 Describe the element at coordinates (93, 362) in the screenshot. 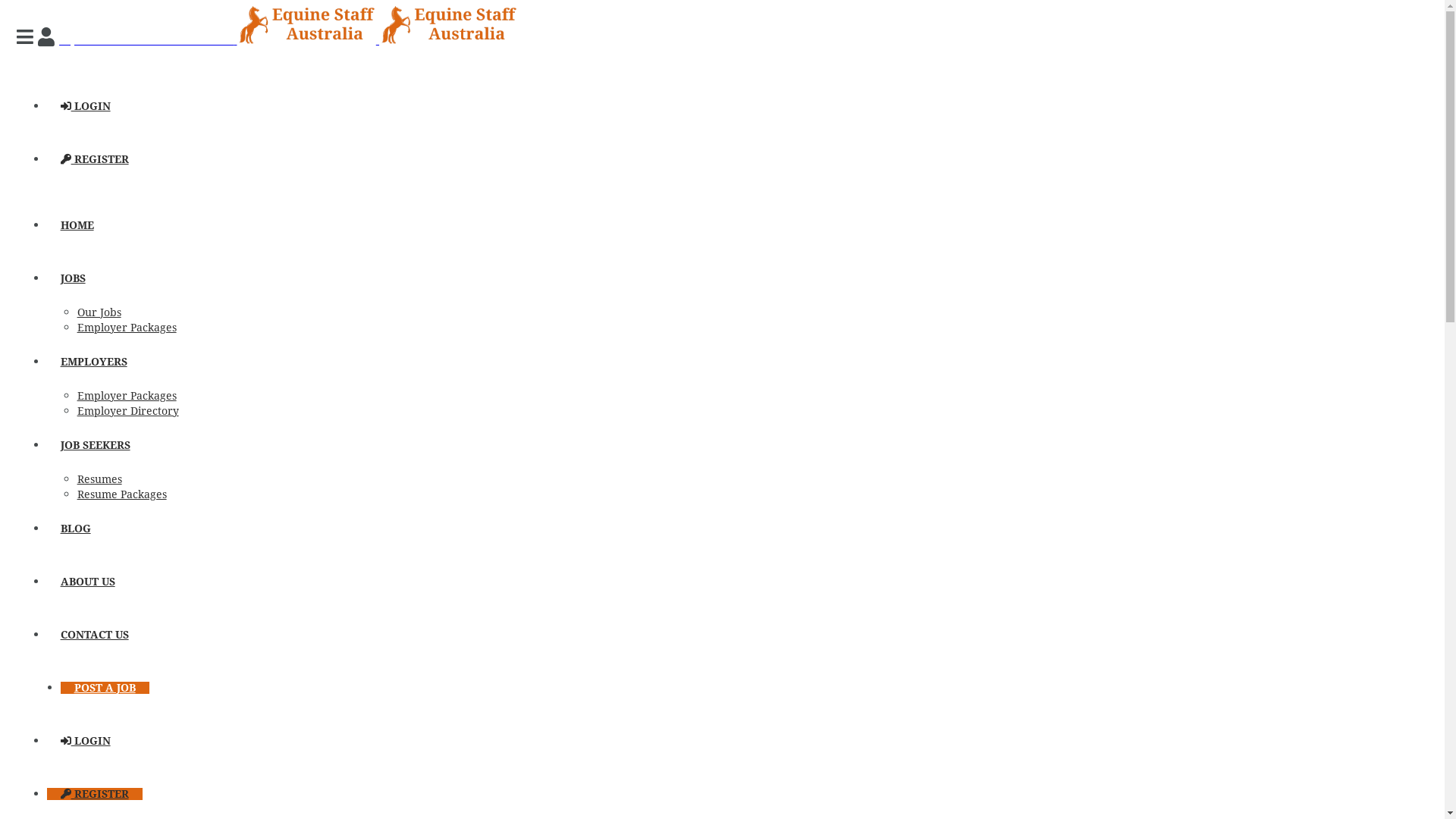

I see `'EMPLOYERS'` at that location.